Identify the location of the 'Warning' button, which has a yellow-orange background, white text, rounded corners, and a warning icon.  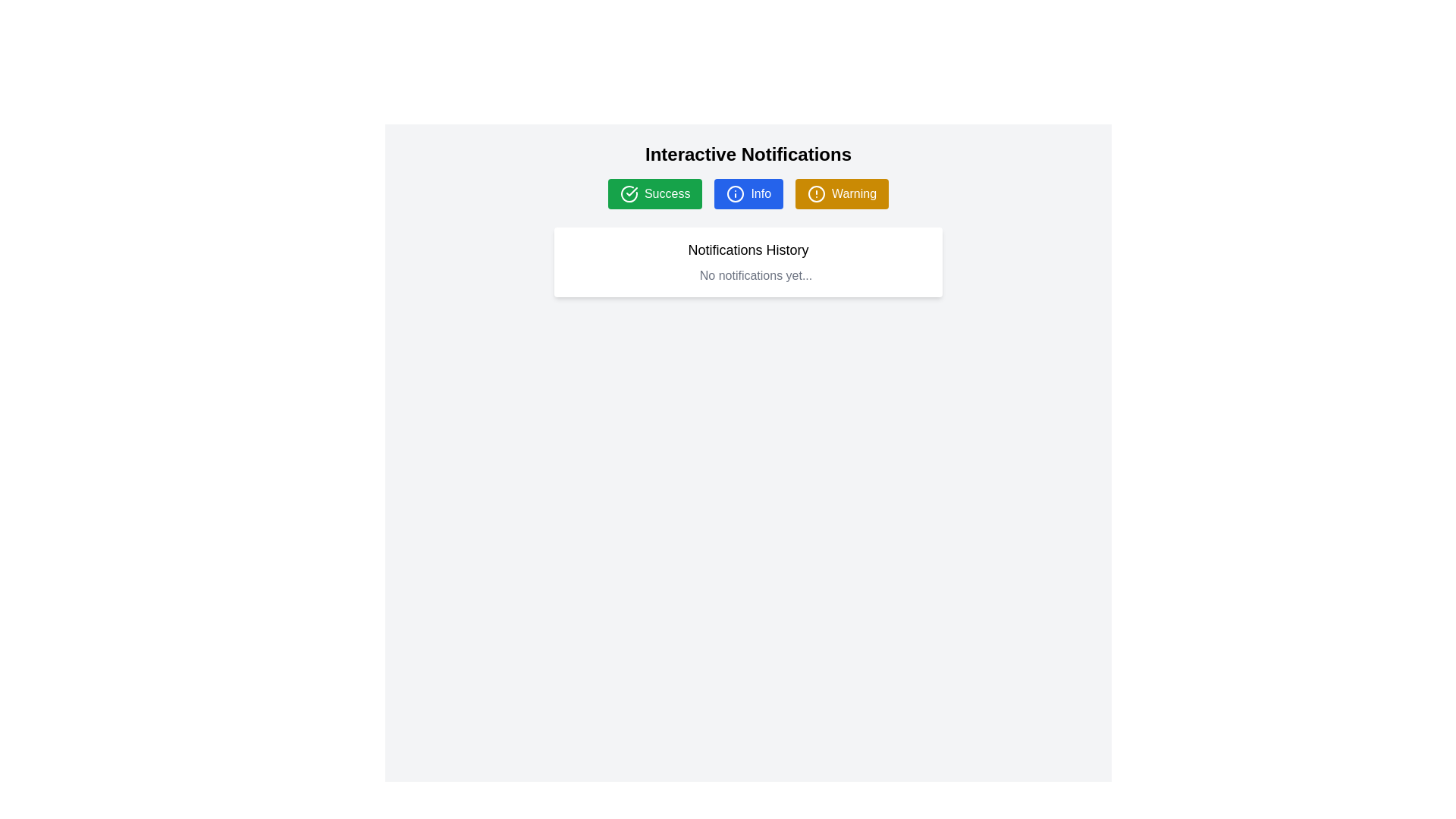
(841, 193).